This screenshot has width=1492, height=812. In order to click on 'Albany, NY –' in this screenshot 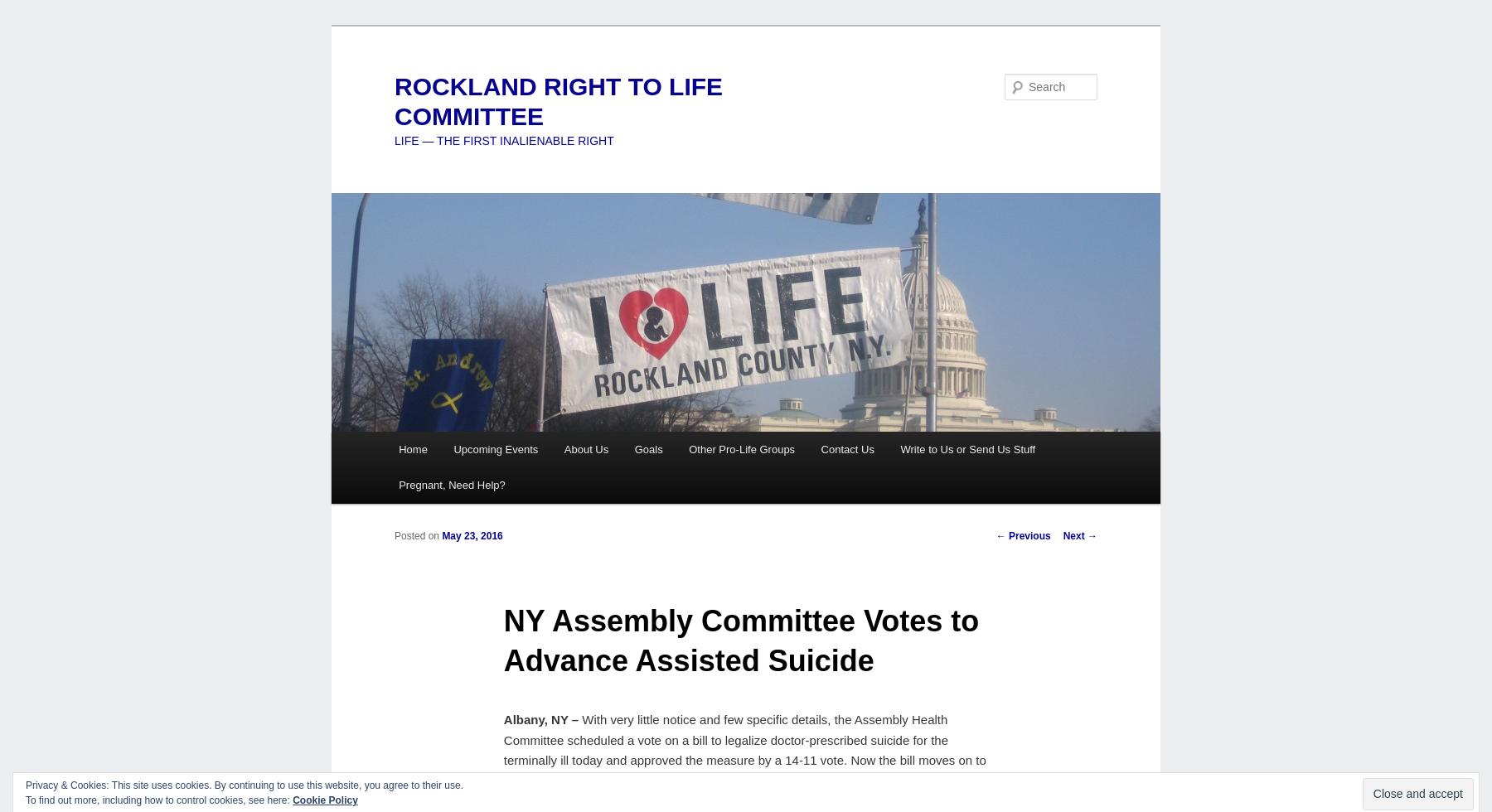, I will do `click(540, 719)`.